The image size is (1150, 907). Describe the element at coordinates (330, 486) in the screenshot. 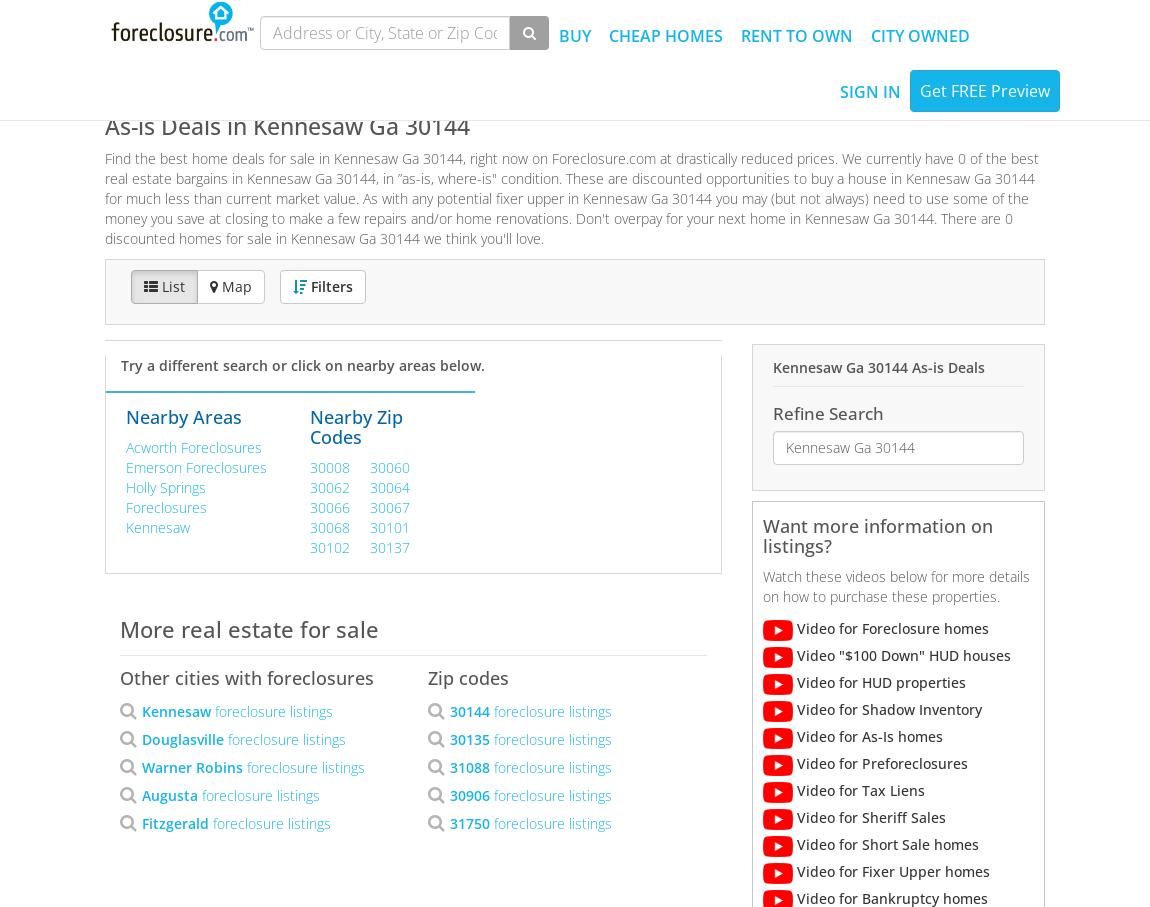

I see `'30062'` at that location.